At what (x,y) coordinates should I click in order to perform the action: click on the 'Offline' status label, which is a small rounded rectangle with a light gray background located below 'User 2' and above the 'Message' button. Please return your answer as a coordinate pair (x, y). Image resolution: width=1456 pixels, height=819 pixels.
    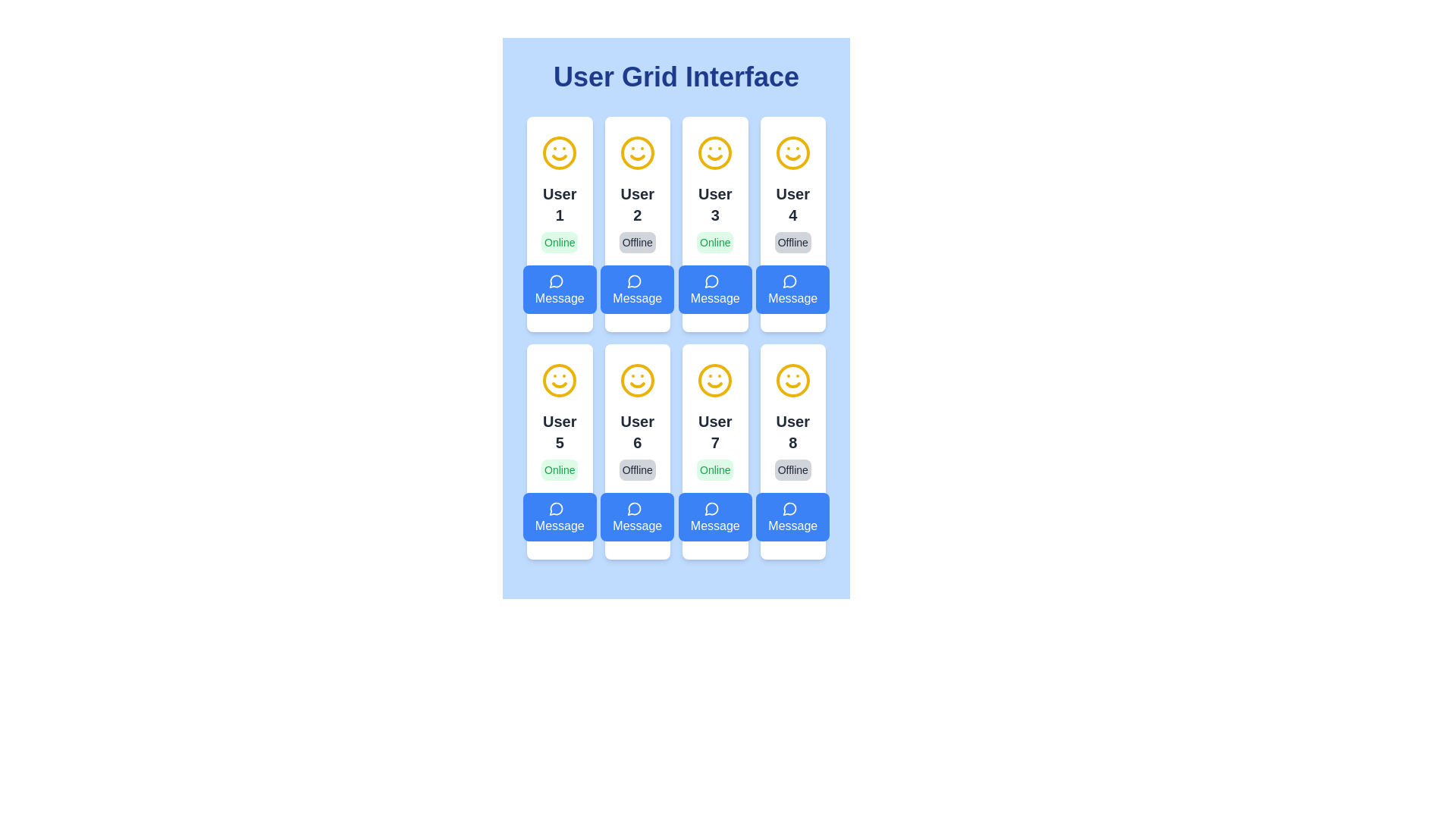
    Looking at the image, I should click on (637, 242).